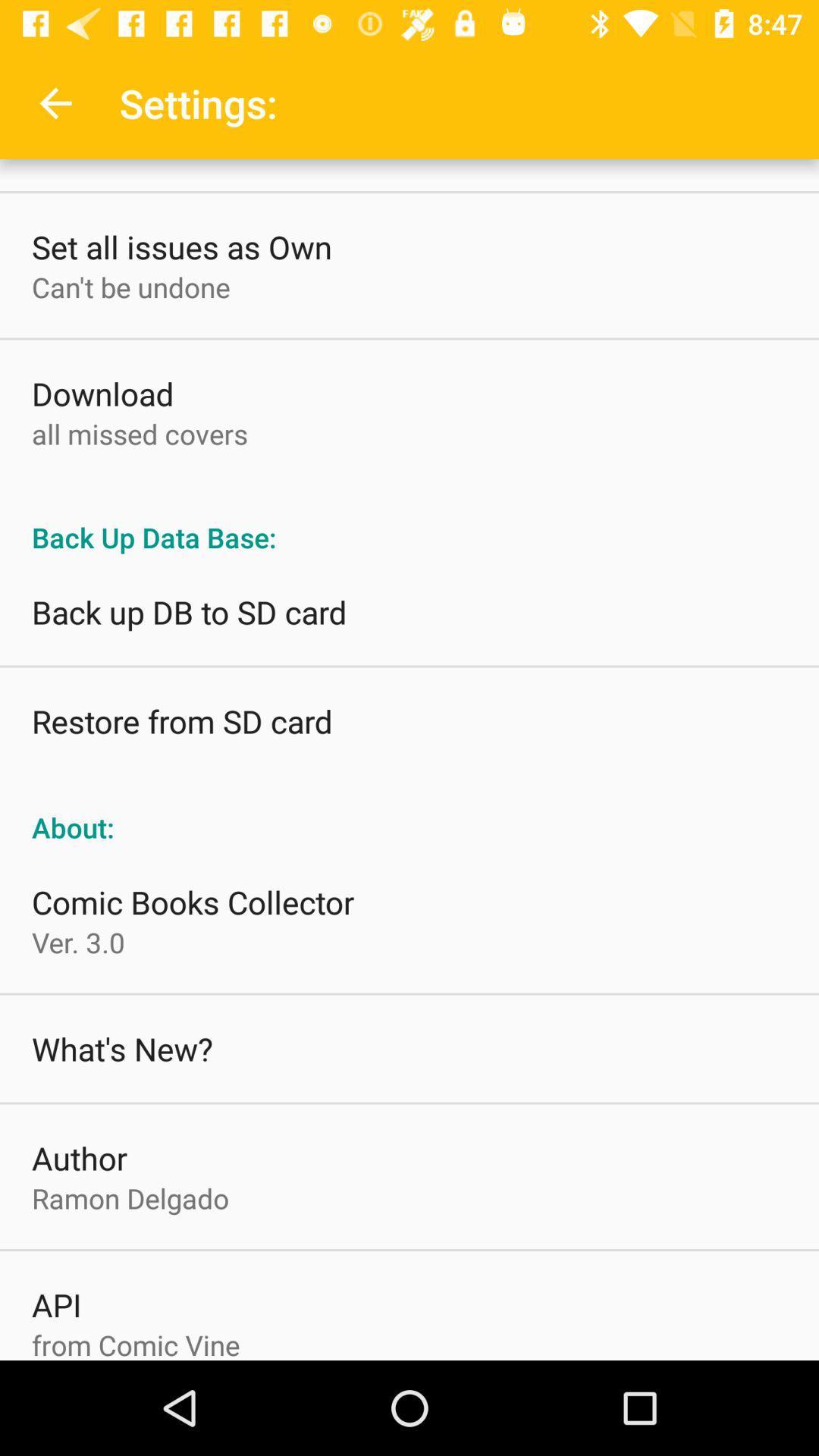  What do you see at coordinates (135, 1343) in the screenshot?
I see `the from comic vine` at bounding box center [135, 1343].